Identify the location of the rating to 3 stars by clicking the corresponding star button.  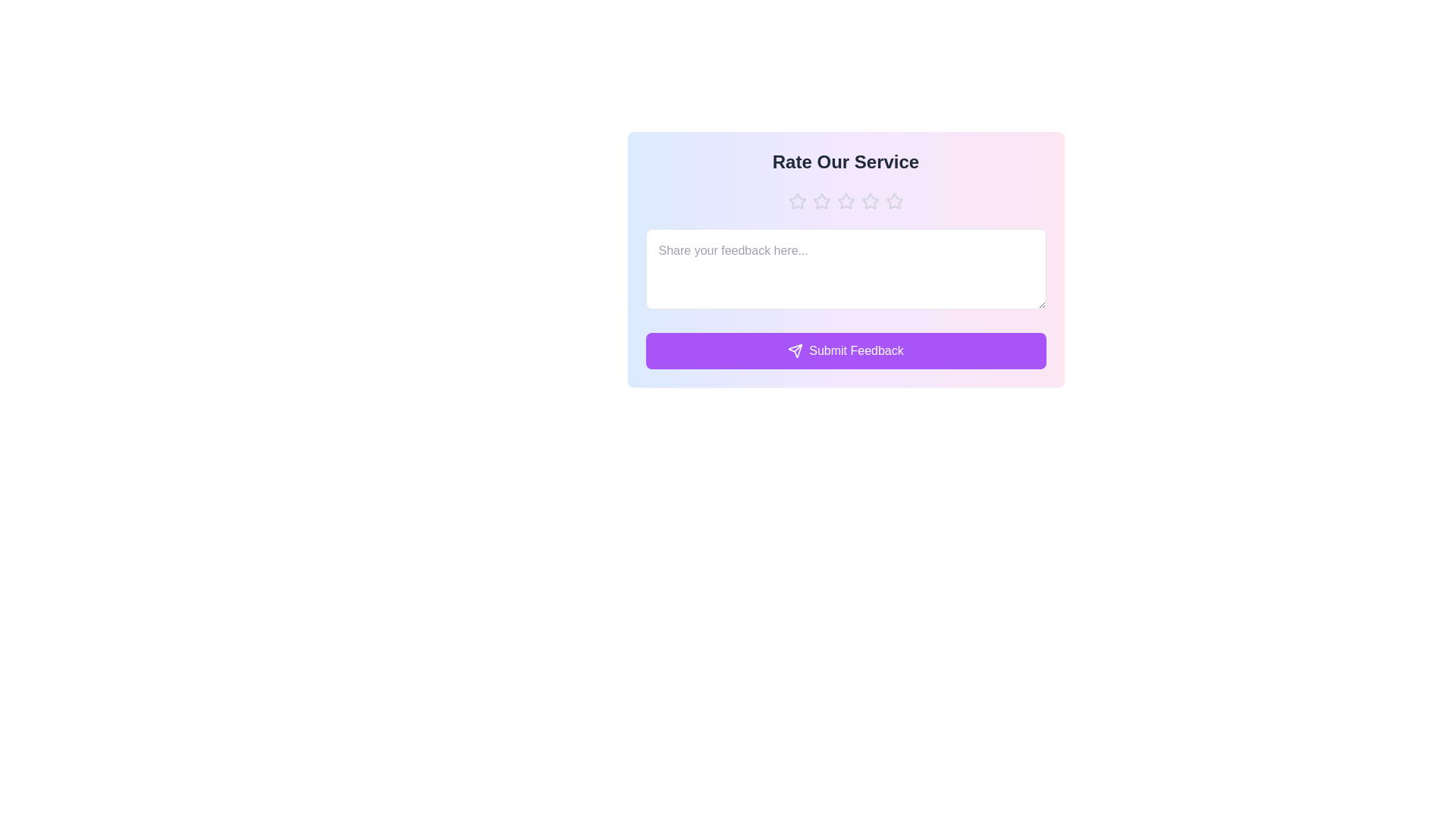
(845, 201).